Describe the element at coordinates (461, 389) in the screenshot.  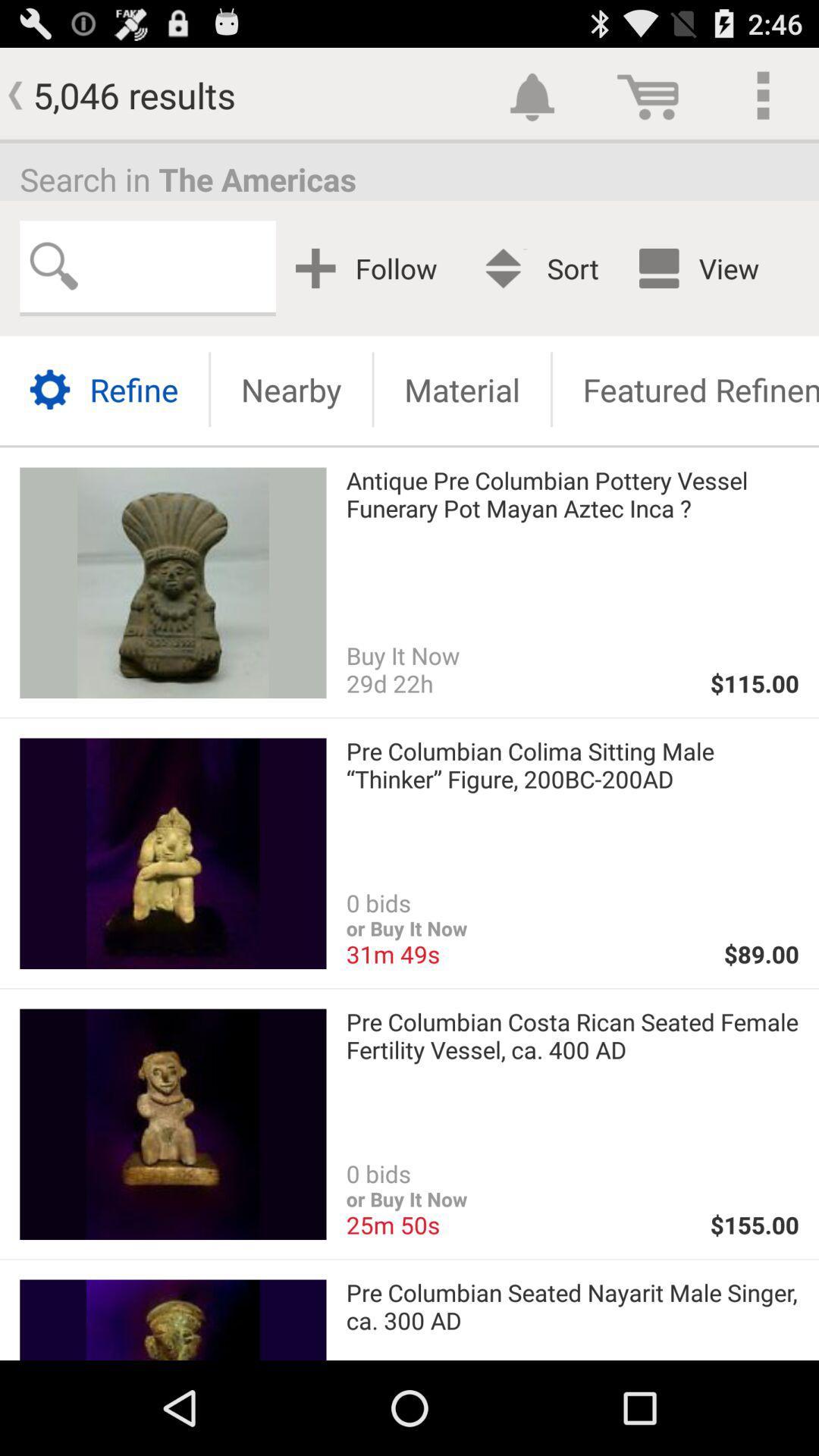
I see `material button` at that location.